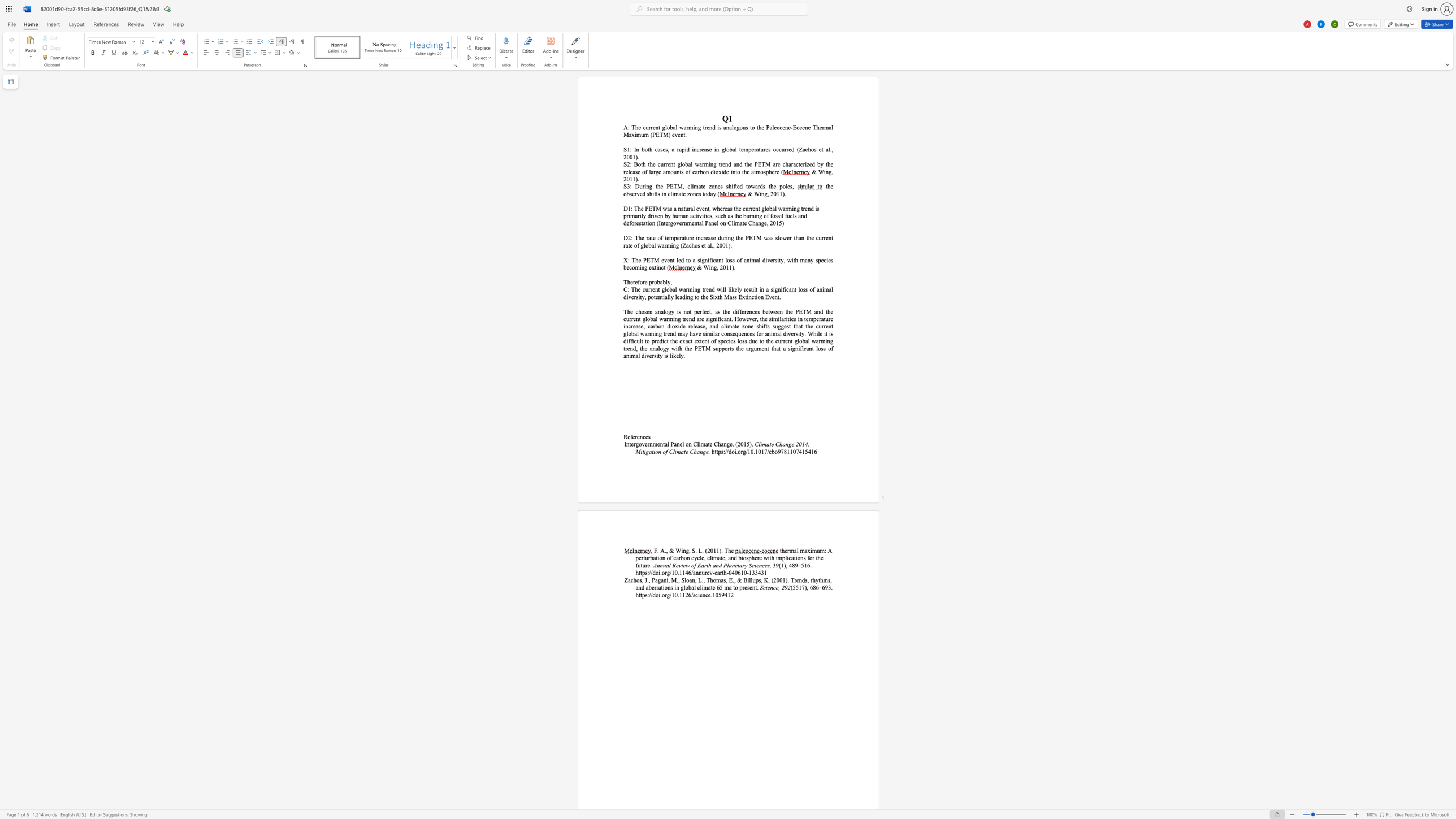 The height and width of the screenshot is (819, 1456). Describe the element at coordinates (627, 436) in the screenshot. I see `the space between the continuous character "R" and "e" in the text` at that location.